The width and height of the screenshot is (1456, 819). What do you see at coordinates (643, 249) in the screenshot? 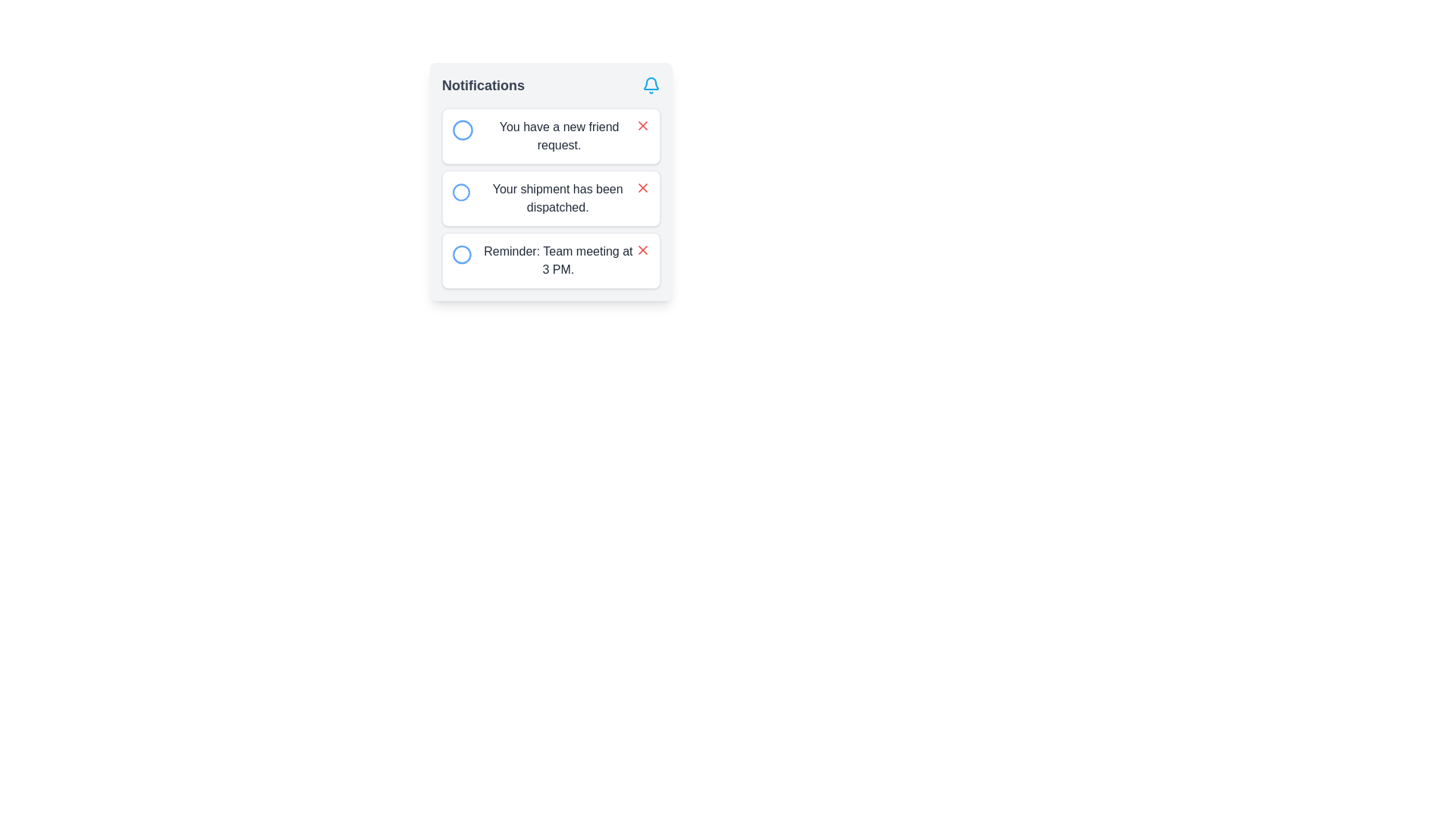
I see `the small red 'X' button located at the far right end of the notification containing the message 'Reminder: Team meeting at 3 PM.'` at bounding box center [643, 249].